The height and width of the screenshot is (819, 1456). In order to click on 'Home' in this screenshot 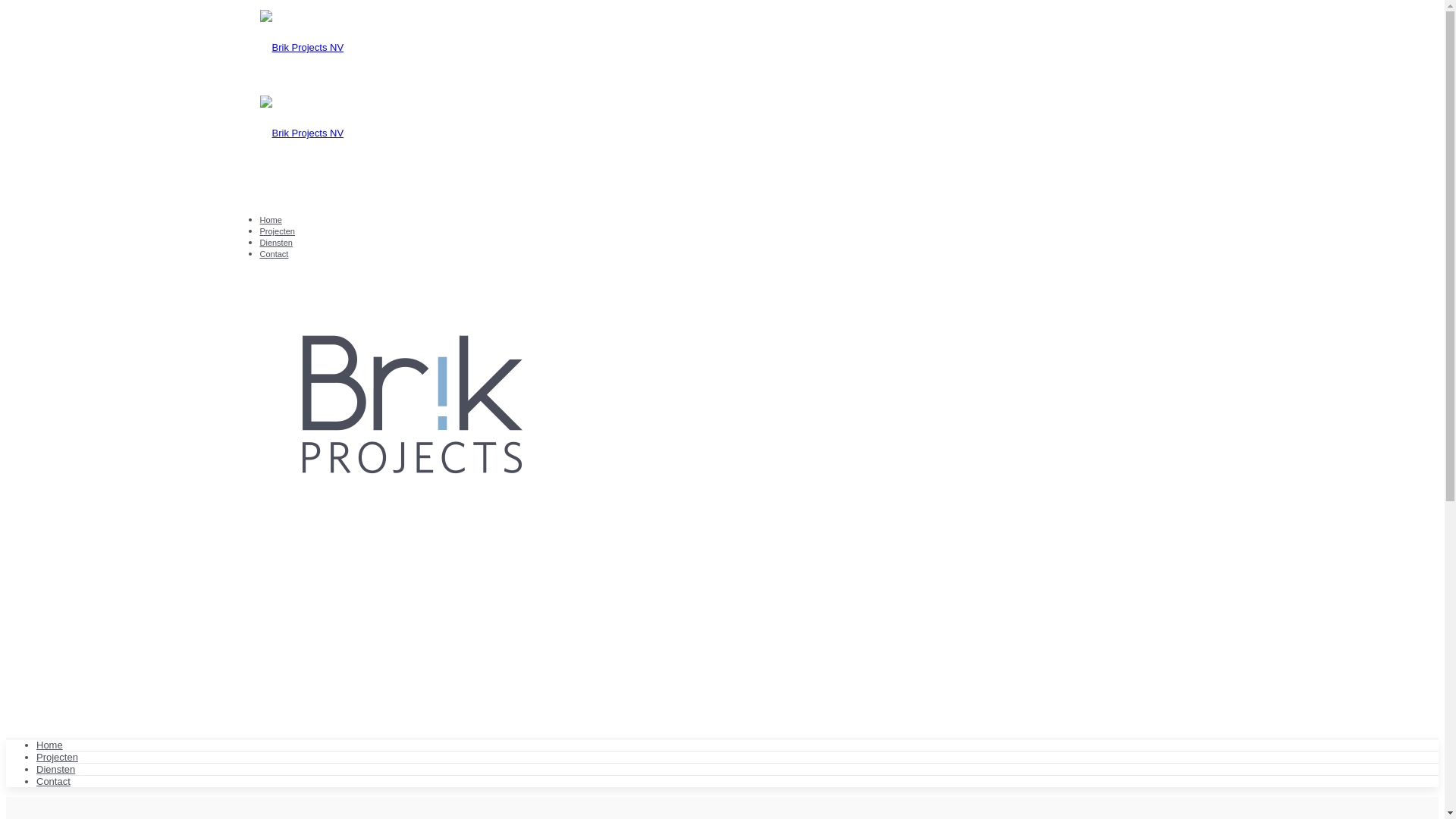, I will do `click(270, 219)`.